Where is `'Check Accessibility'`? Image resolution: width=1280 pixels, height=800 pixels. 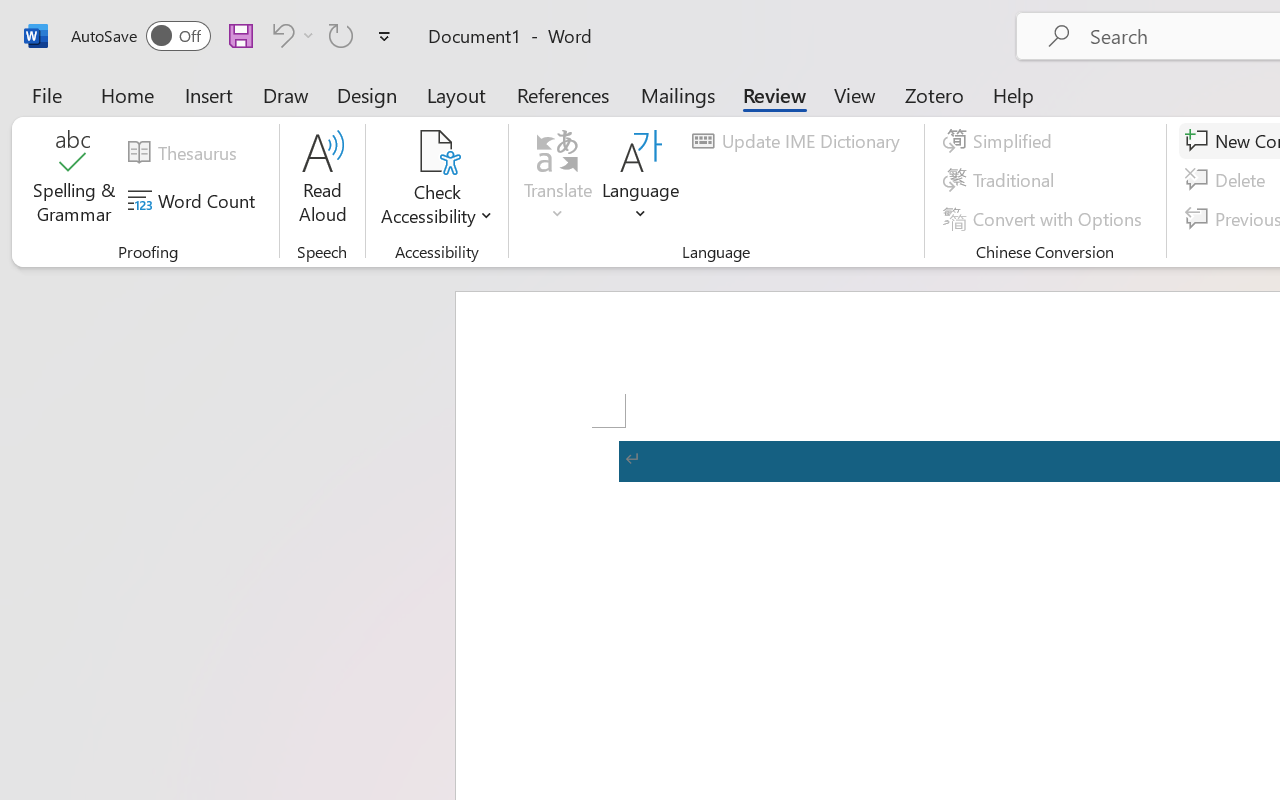 'Check Accessibility' is located at coordinates (436, 151).